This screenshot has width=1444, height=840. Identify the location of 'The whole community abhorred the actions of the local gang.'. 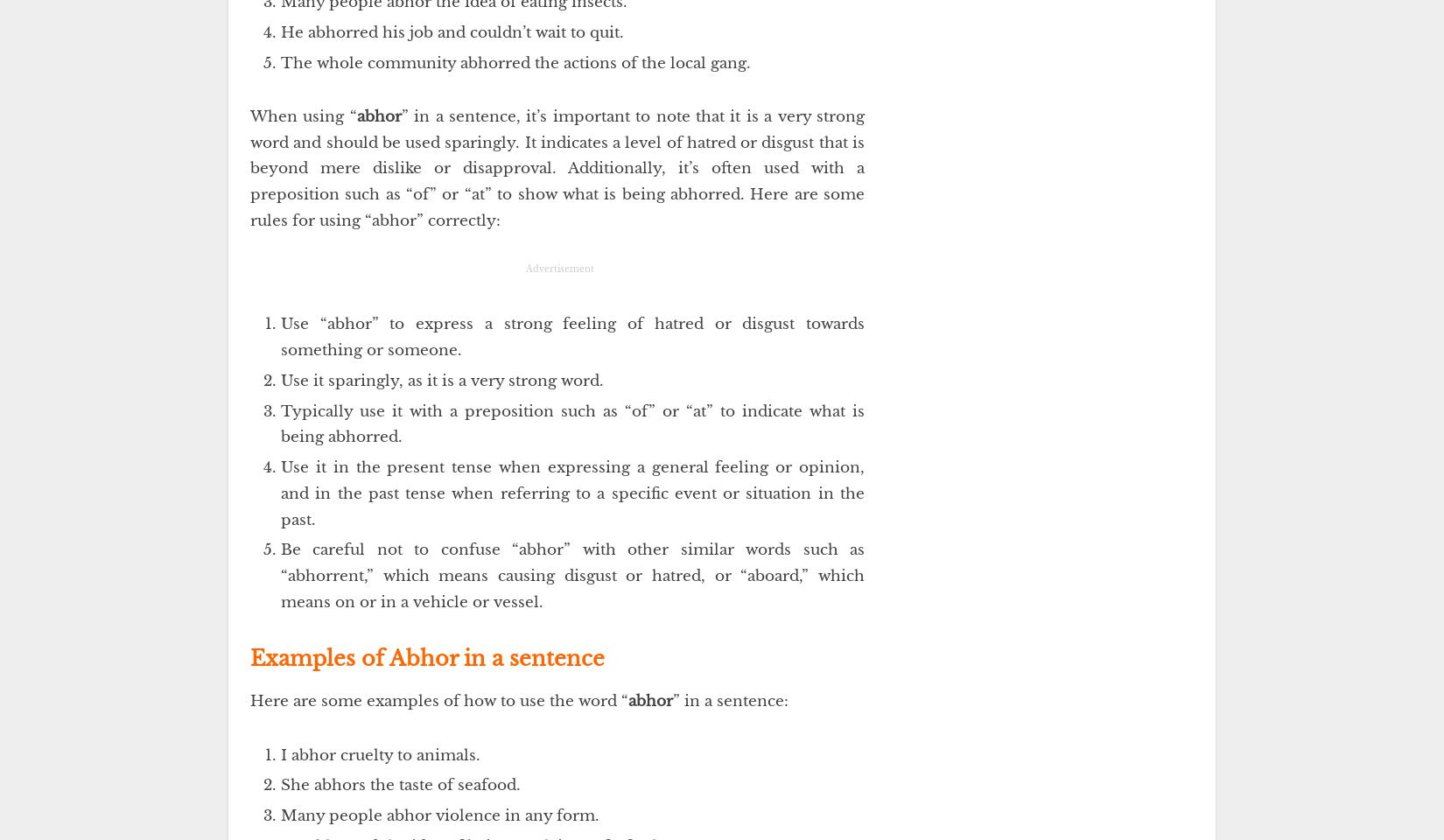
(515, 62).